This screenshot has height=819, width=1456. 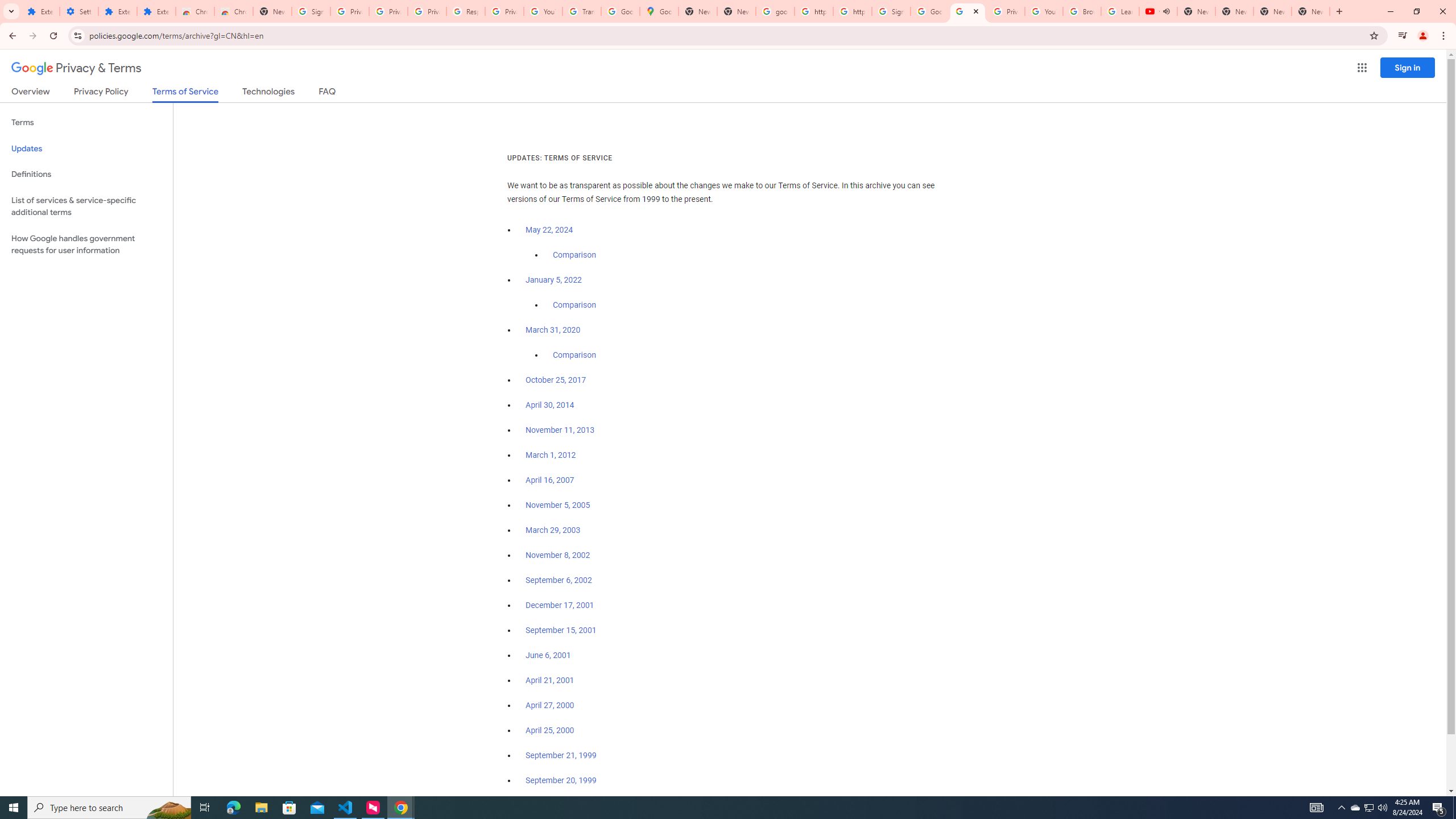 I want to click on 'December 17, 2001', so click(x=559, y=605).